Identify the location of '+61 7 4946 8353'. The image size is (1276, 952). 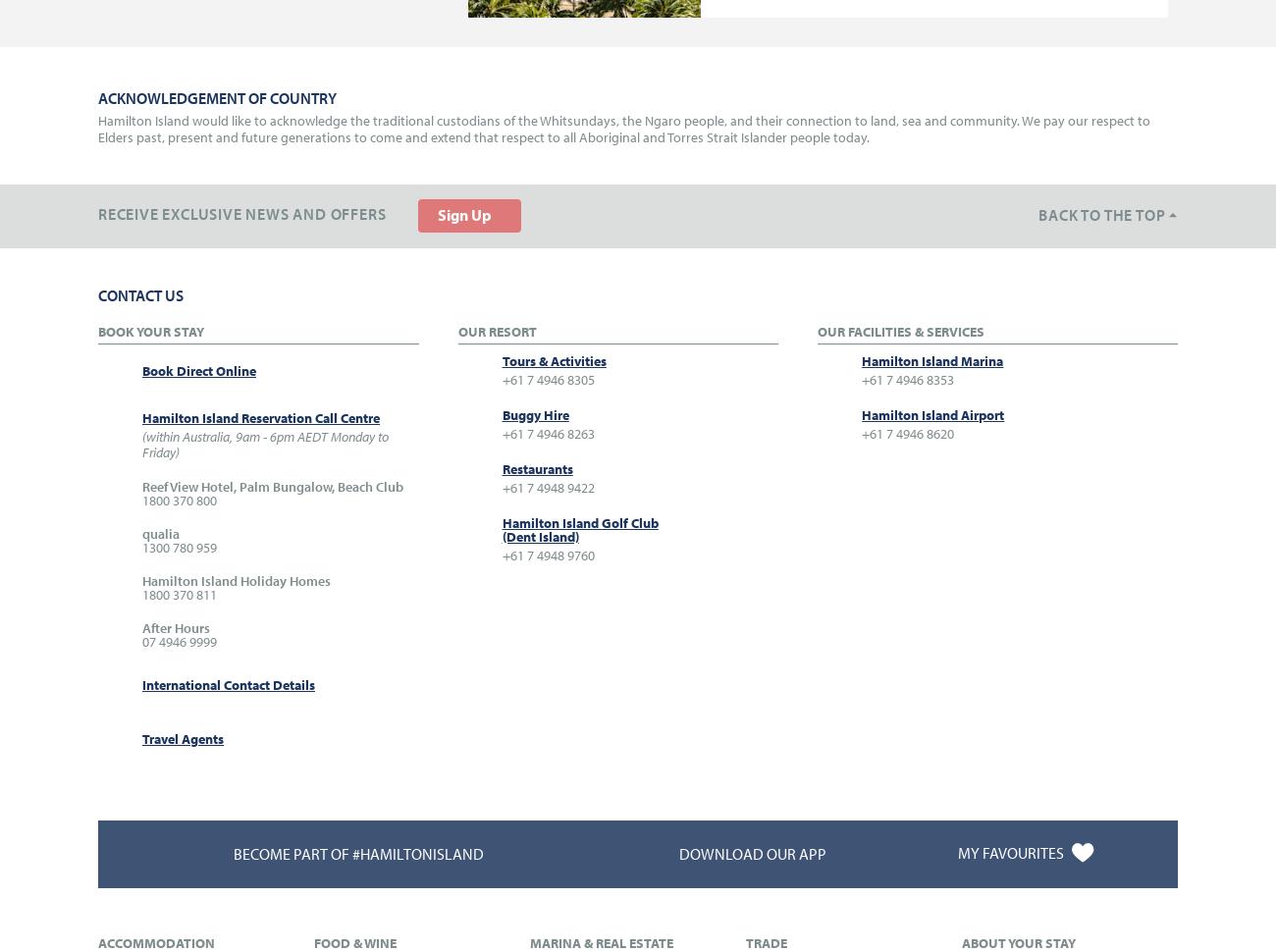
(907, 377).